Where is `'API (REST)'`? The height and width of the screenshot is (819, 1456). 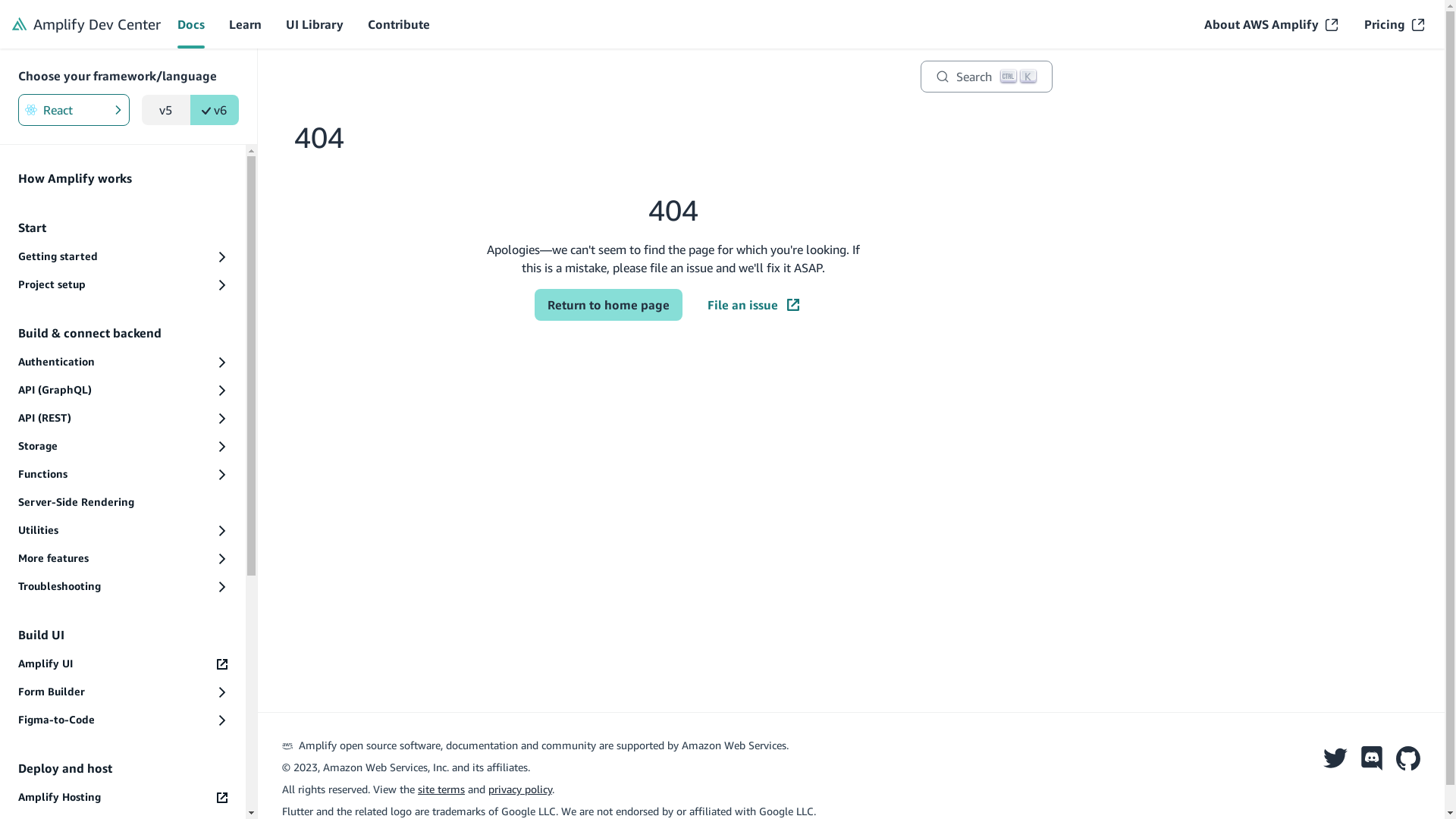 'API (REST)' is located at coordinates (123, 418).